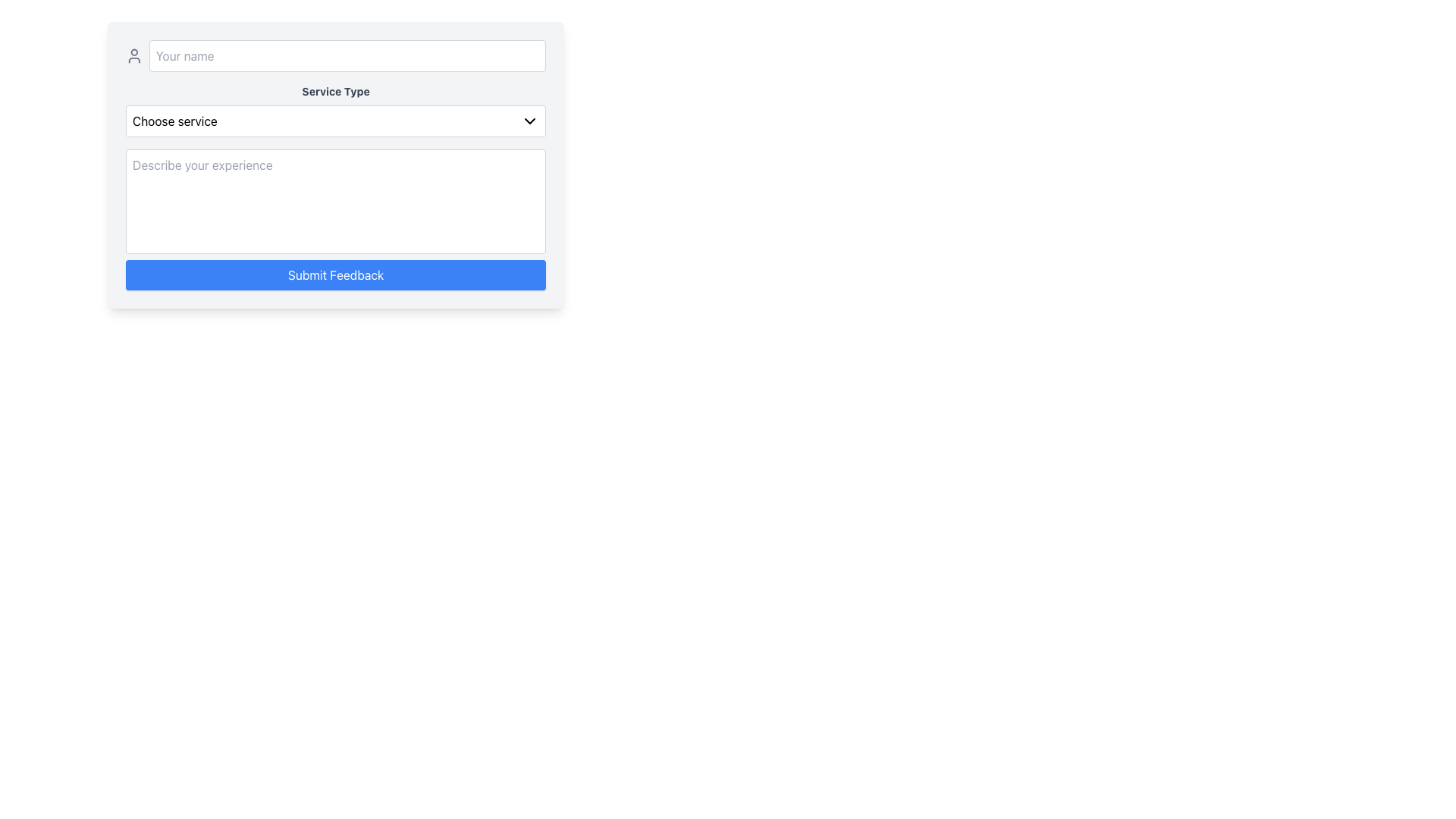 This screenshot has width=1456, height=819. I want to click on the decorative icon that symbolizes the function of the associated input field for entering a user's name, located to the left of the 'Your name' text input field in the top section of the form interface, so click(134, 55).